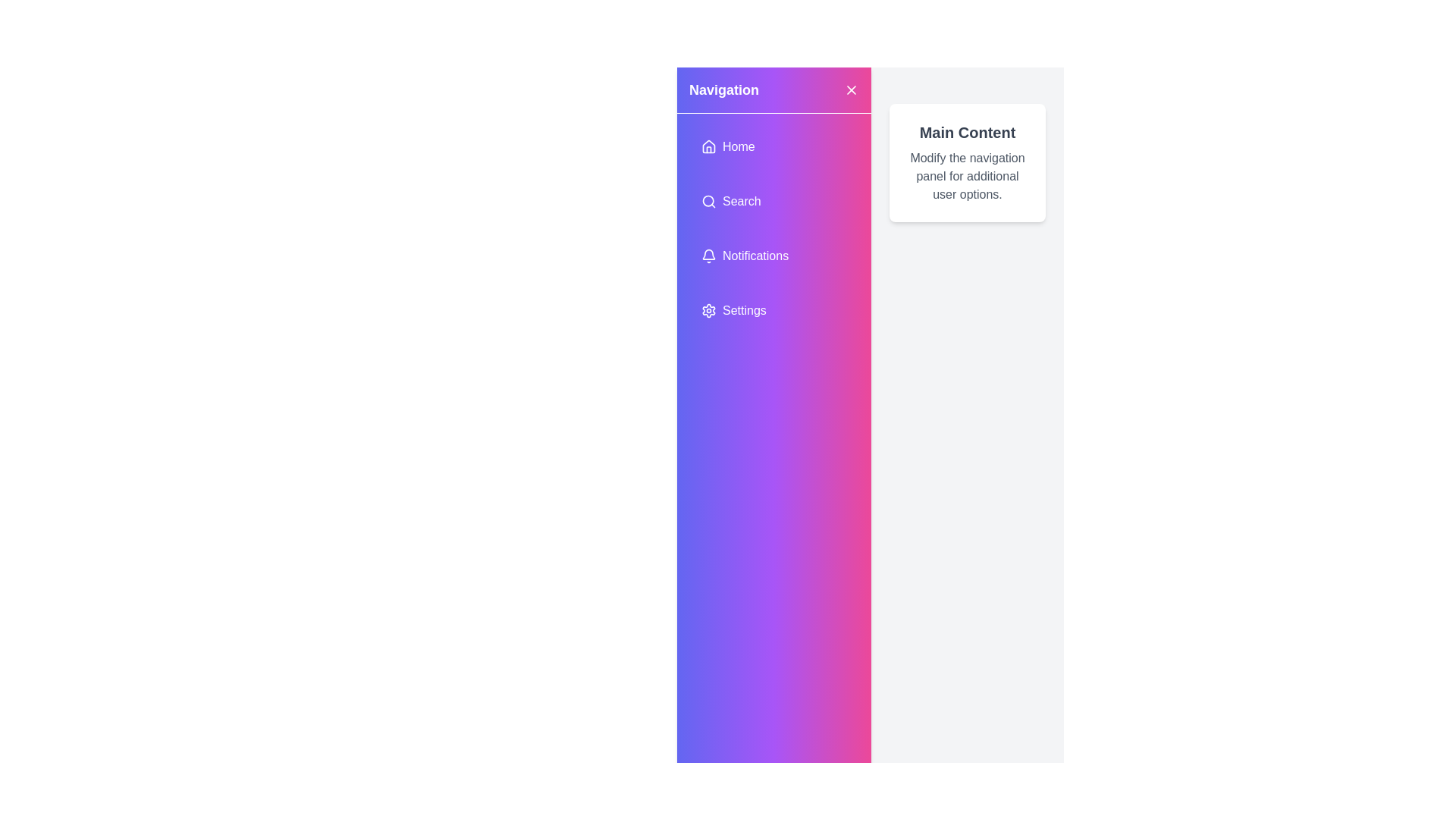  What do you see at coordinates (733, 309) in the screenshot?
I see `the 'Settings' button, which is a horizontally aligned menu item featuring a cogwheel icon and styled with a vibrant gradient background` at bounding box center [733, 309].